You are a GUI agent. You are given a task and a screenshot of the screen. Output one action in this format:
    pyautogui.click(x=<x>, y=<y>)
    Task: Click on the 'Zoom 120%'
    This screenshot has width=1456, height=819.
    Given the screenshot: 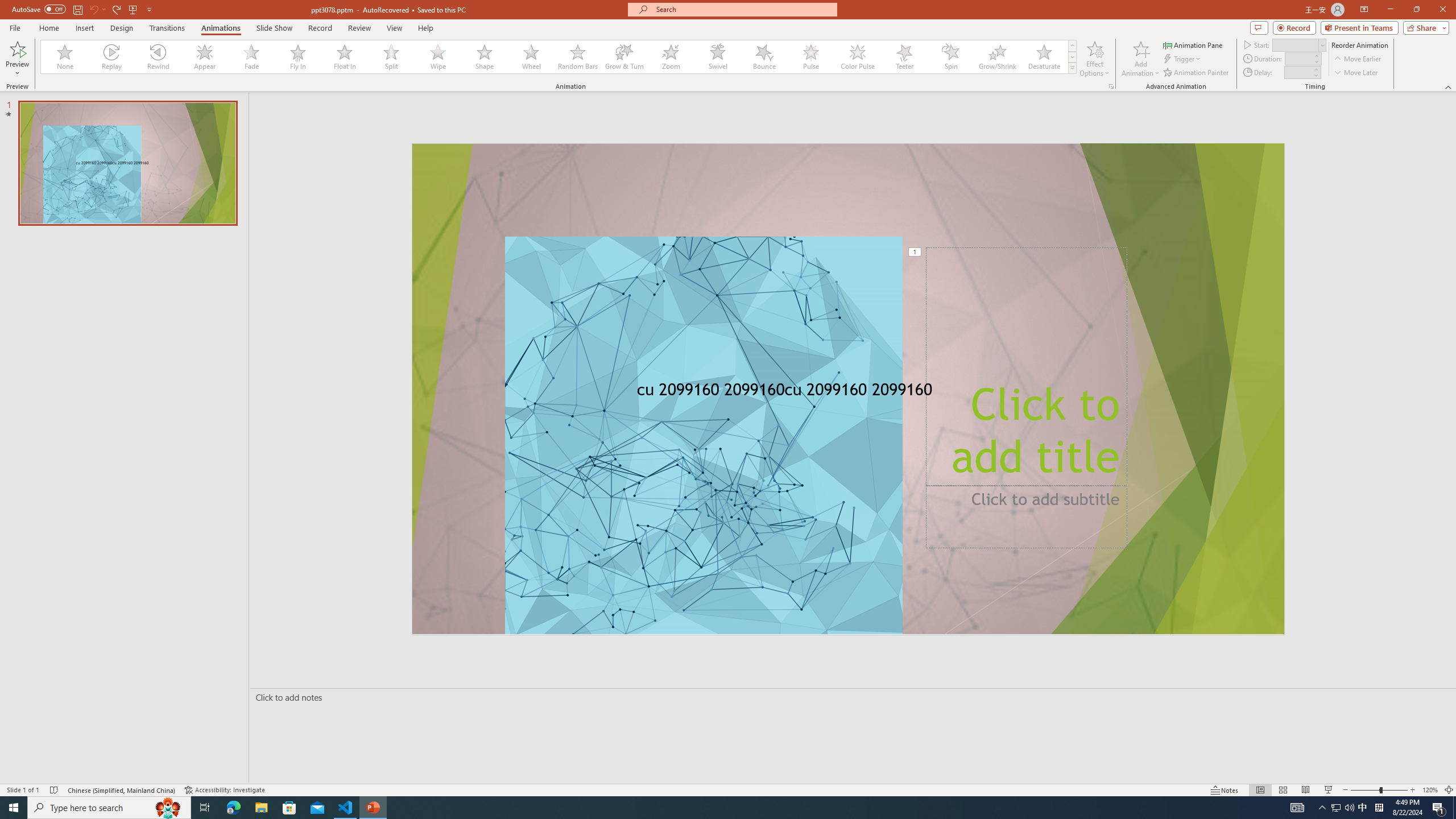 What is the action you would take?
    pyautogui.click(x=1430, y=790)
    